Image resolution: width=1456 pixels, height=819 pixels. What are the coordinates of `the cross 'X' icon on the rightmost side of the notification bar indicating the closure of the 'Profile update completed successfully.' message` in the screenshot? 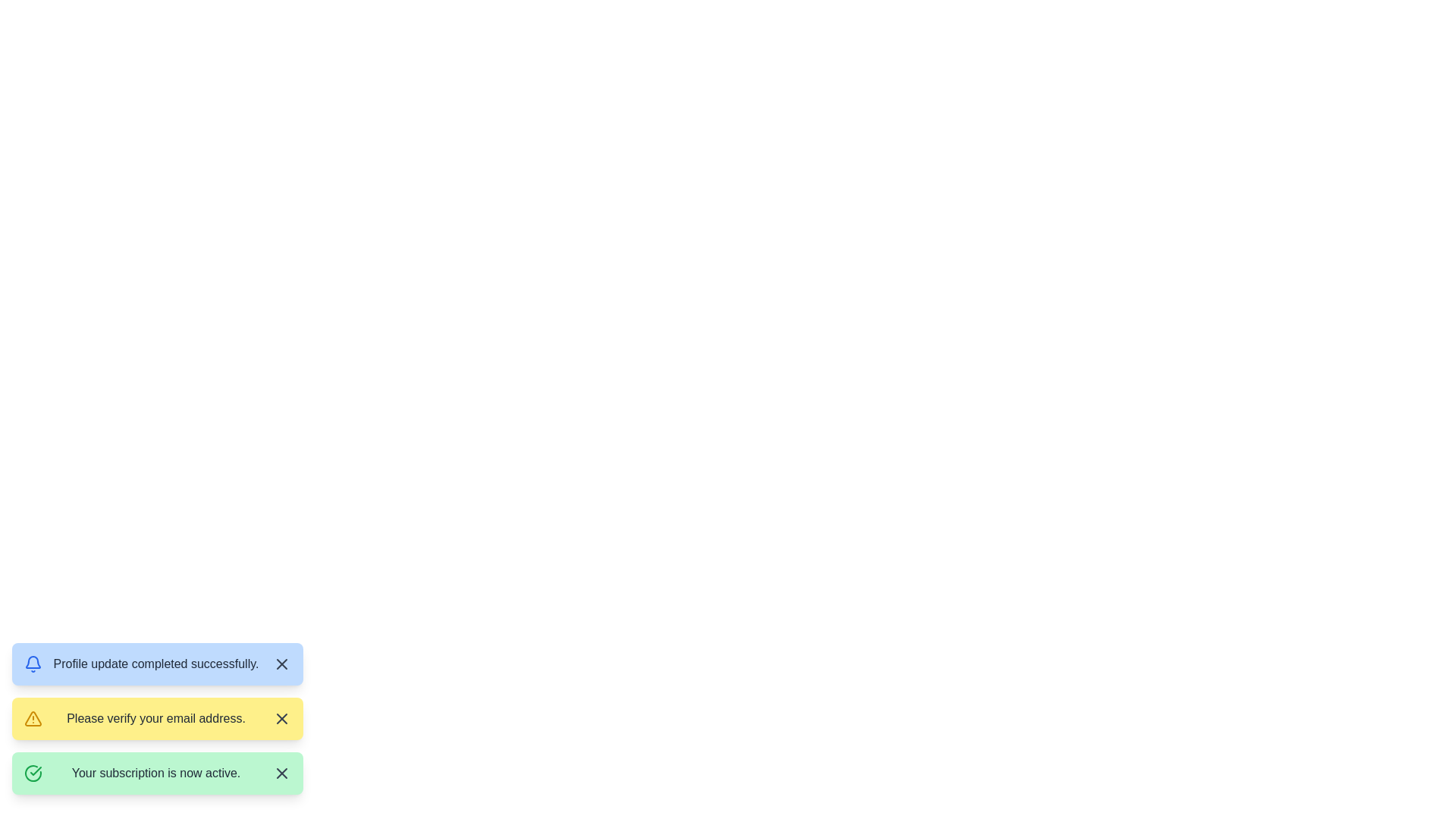 It's located at (282, 663).